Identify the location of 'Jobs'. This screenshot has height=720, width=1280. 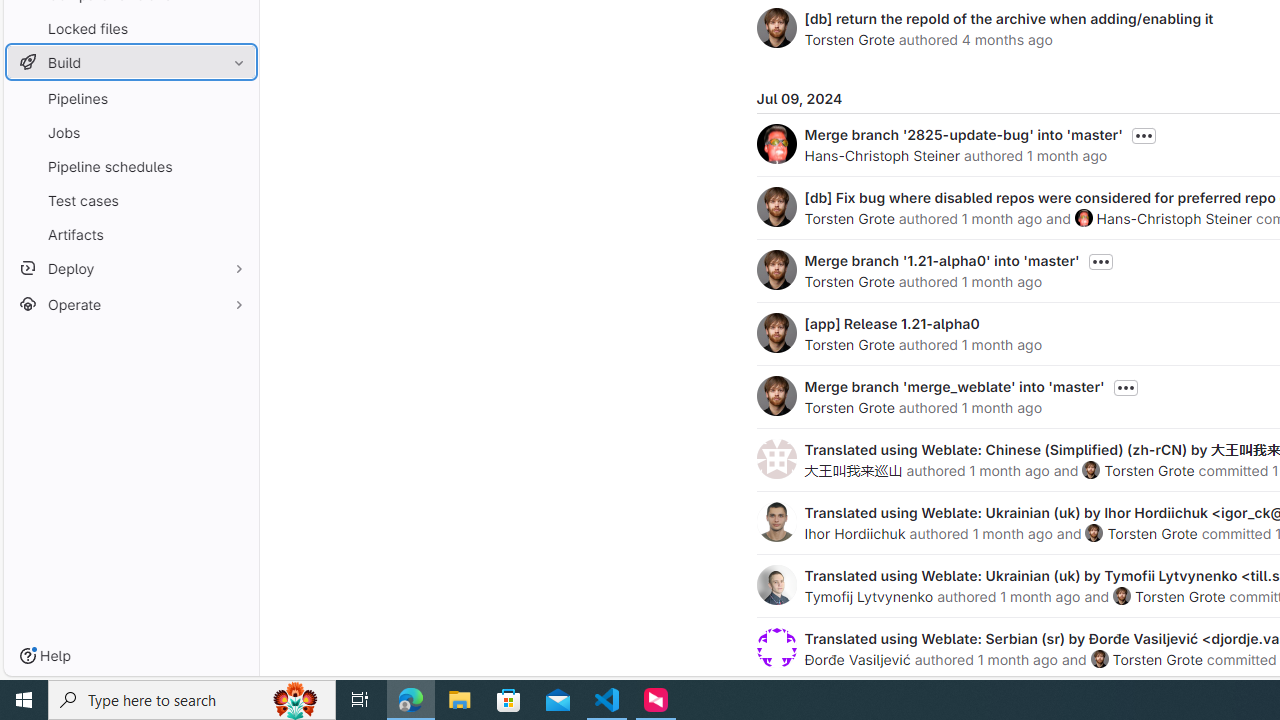
(130, 132).